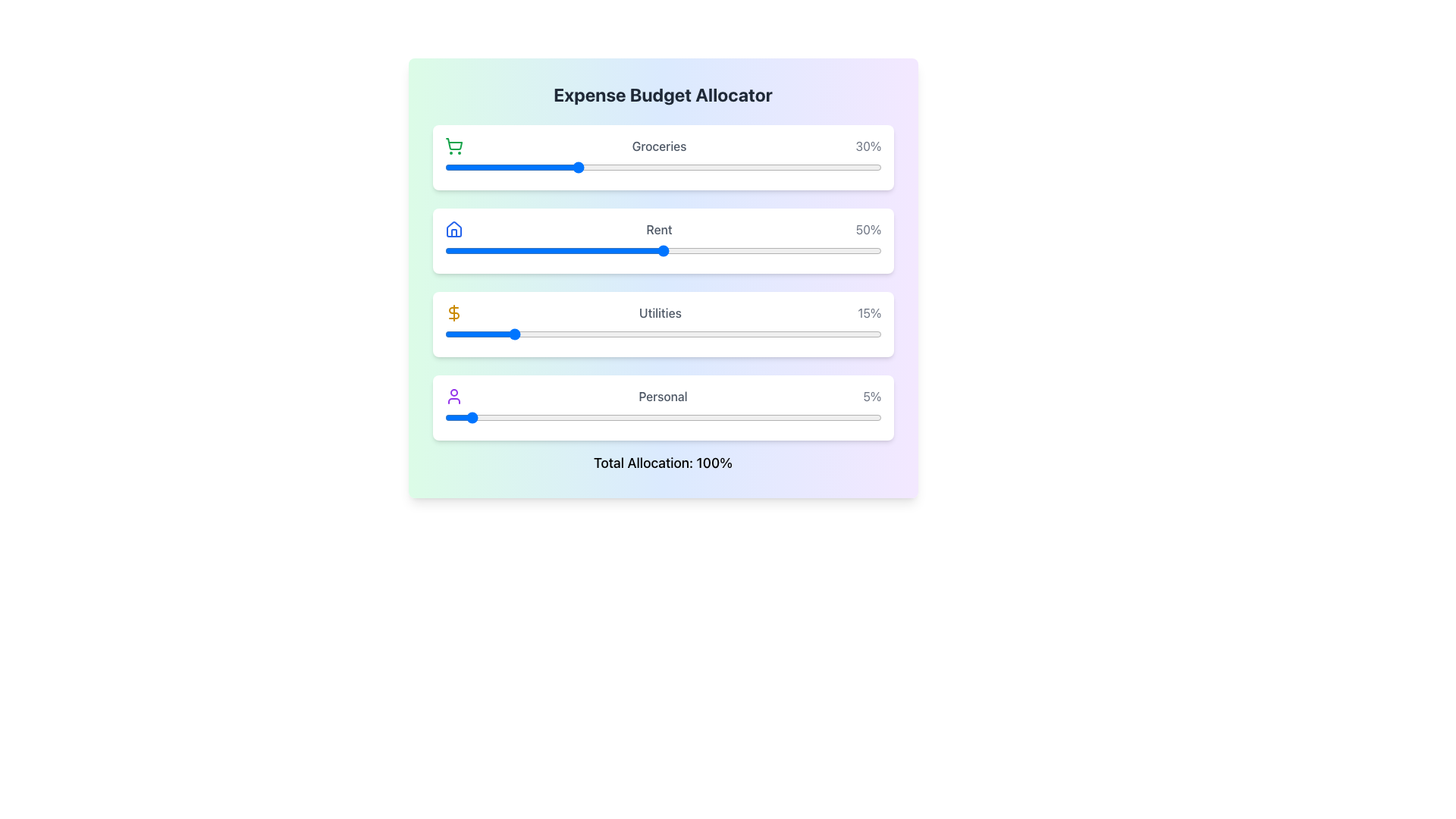 Image resolution: width=1456 pixels, height=819 pixels. Describe the element at coordinates (663, 396) in the screenshot. I see `the Labeled Budget Indicator displaying 'Personal' with '5%'` at that location.